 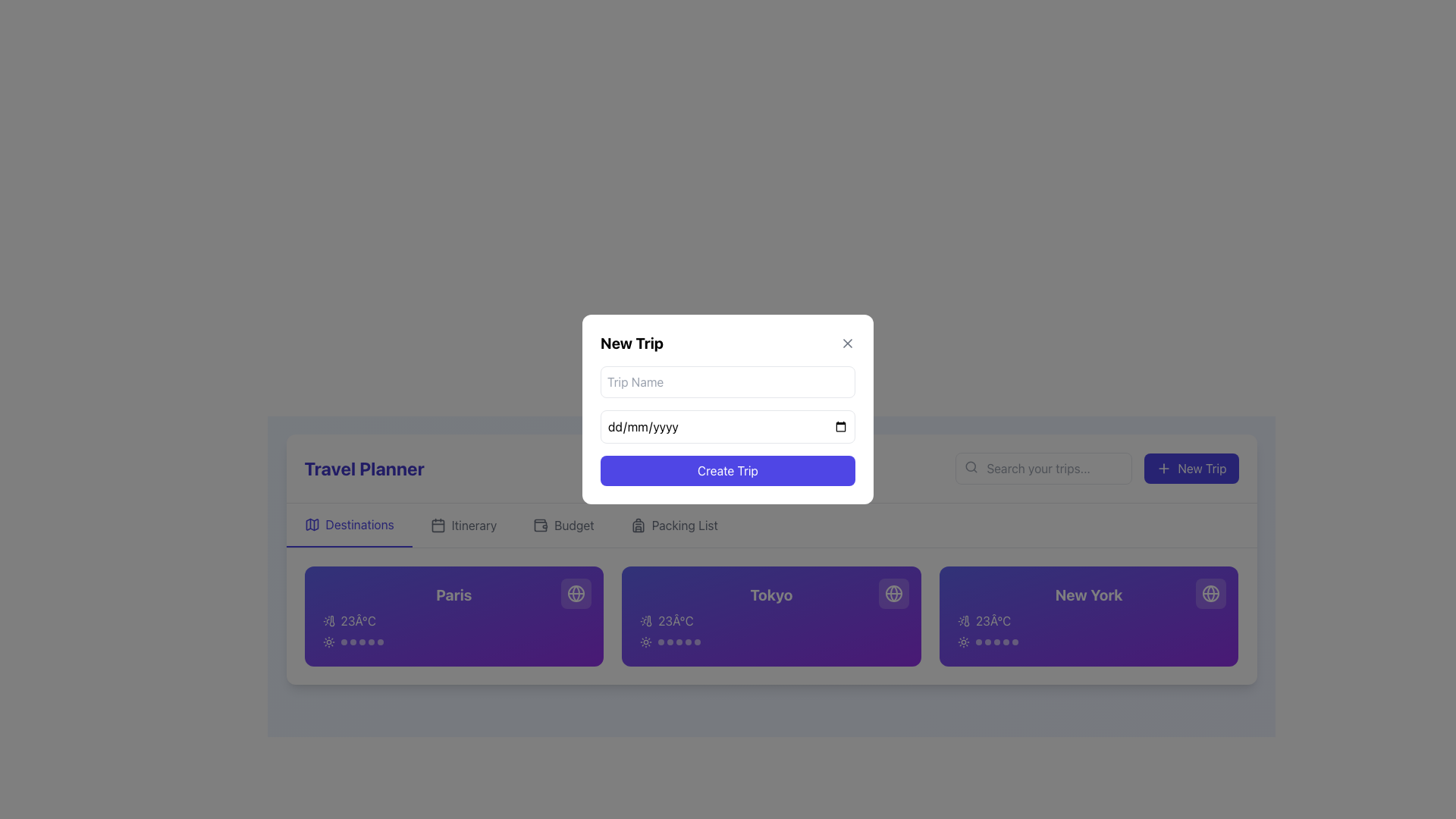 What do you see at coordinates (1191, 467) in the screenshot?
I see `the button that initiates the creation of a new trip` at bounding box center [1191, 467].